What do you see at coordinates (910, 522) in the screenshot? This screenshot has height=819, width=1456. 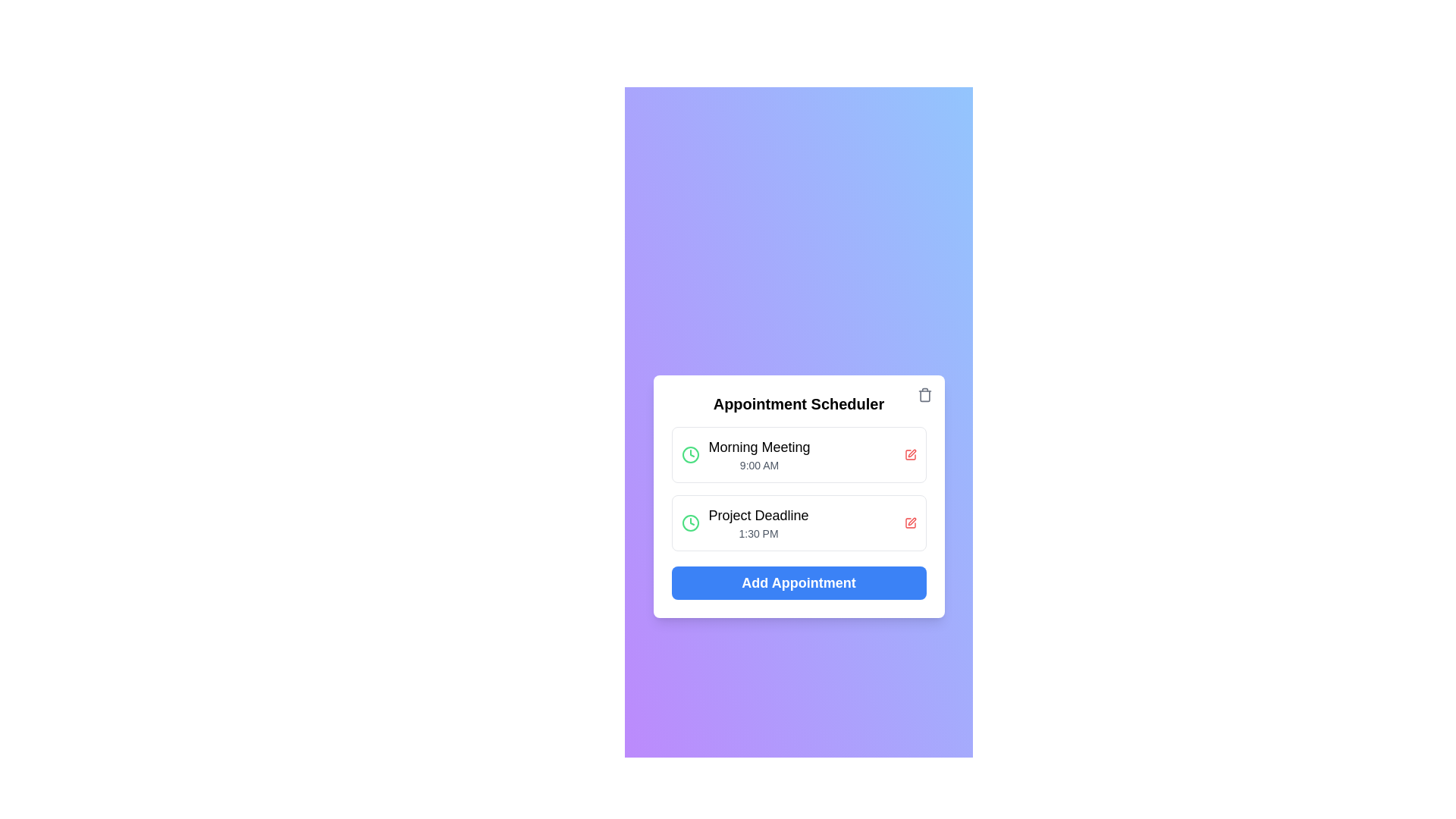 I see `the editing action icon for the 'Project Deadline' entry in the second item of the 'Appointment Scheduler' list to initiate editing` at bounding box center [910, 522].